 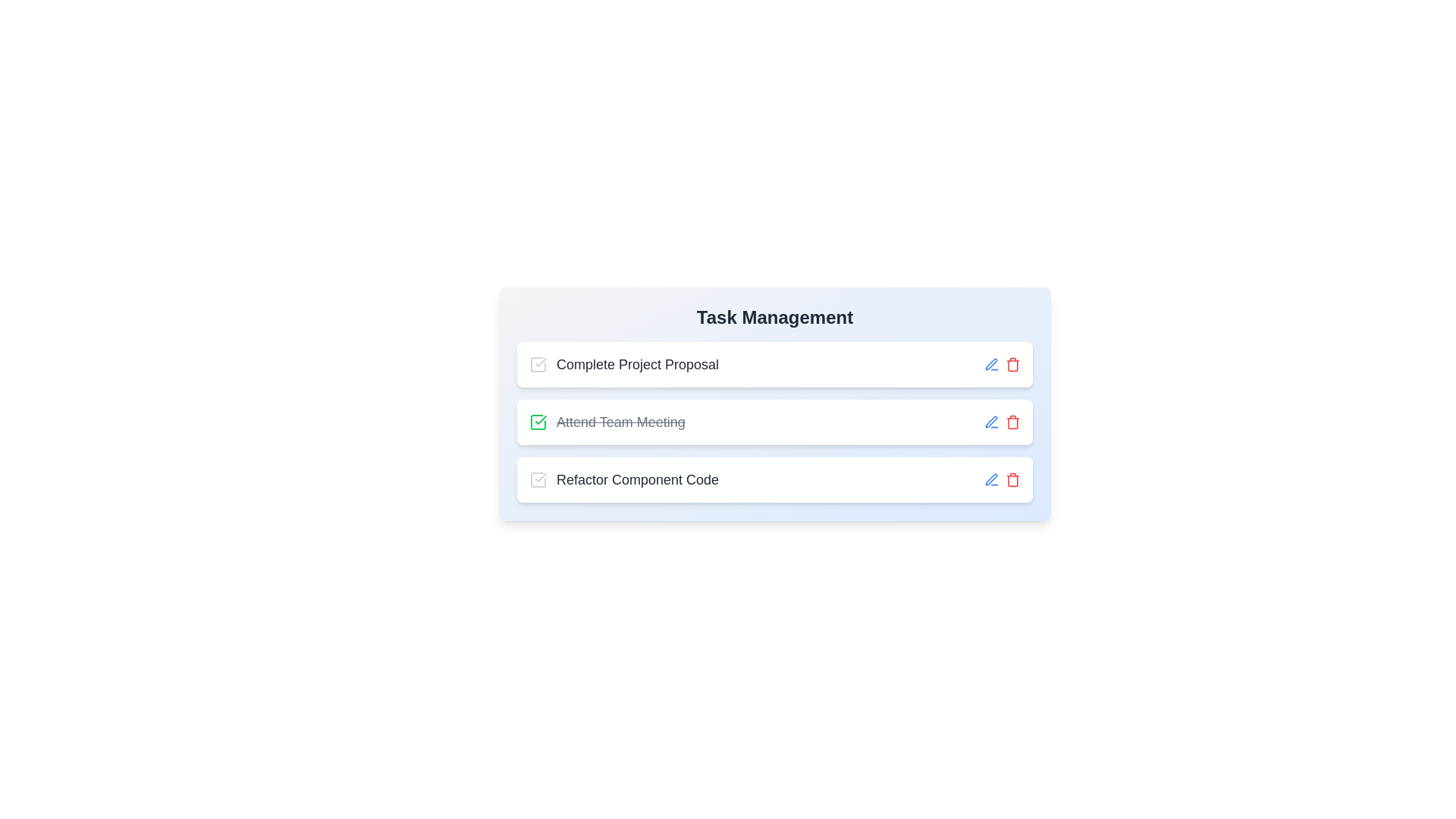 What do you see at coordinates (538, 422) in the screenshot?
I see `the graphical icon representing the completion status of the 'Attend Team Meeting' task` at bounding box center [538, 422].